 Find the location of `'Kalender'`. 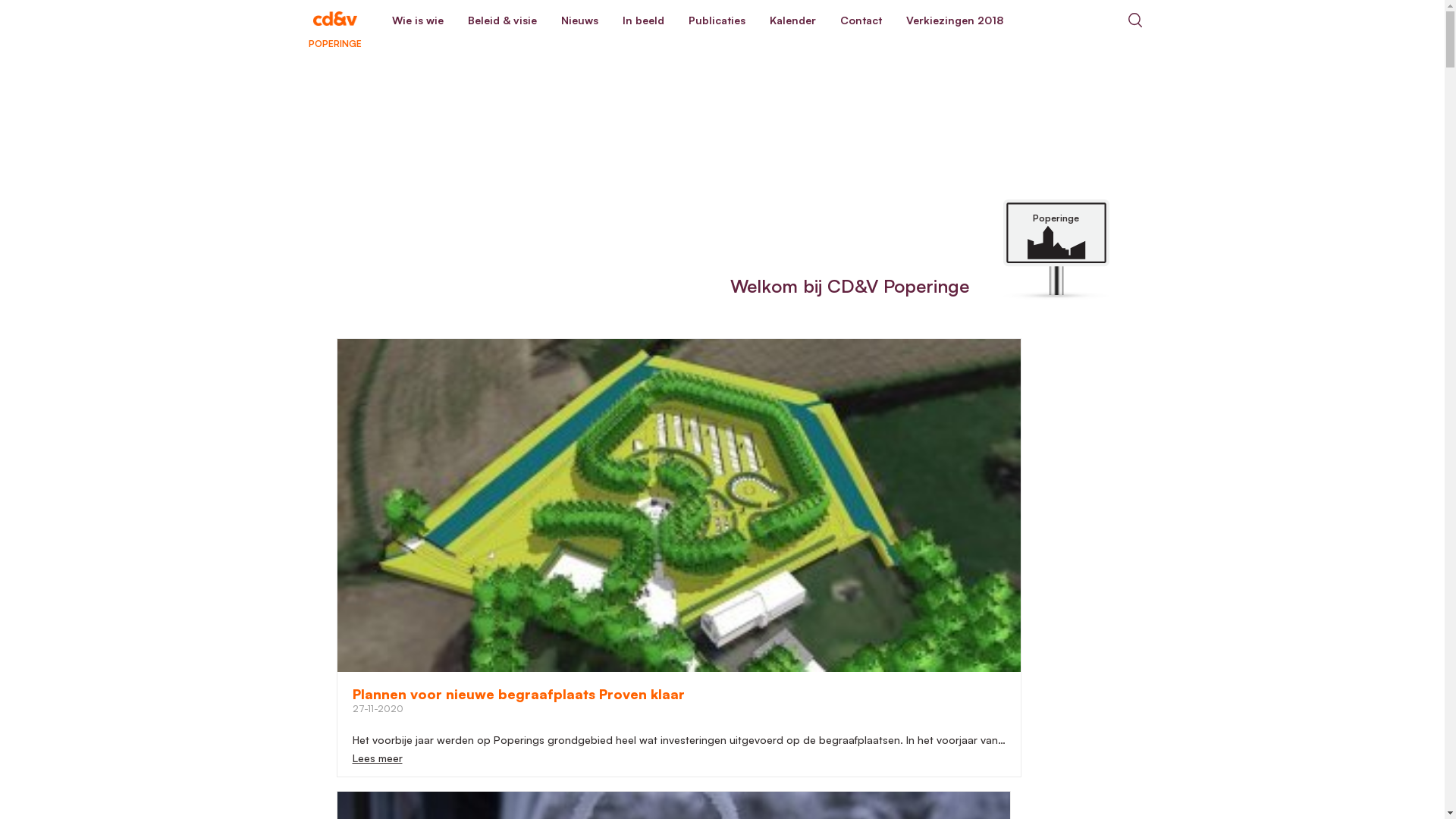

'Kalender' is located at coordinates (791, 20).